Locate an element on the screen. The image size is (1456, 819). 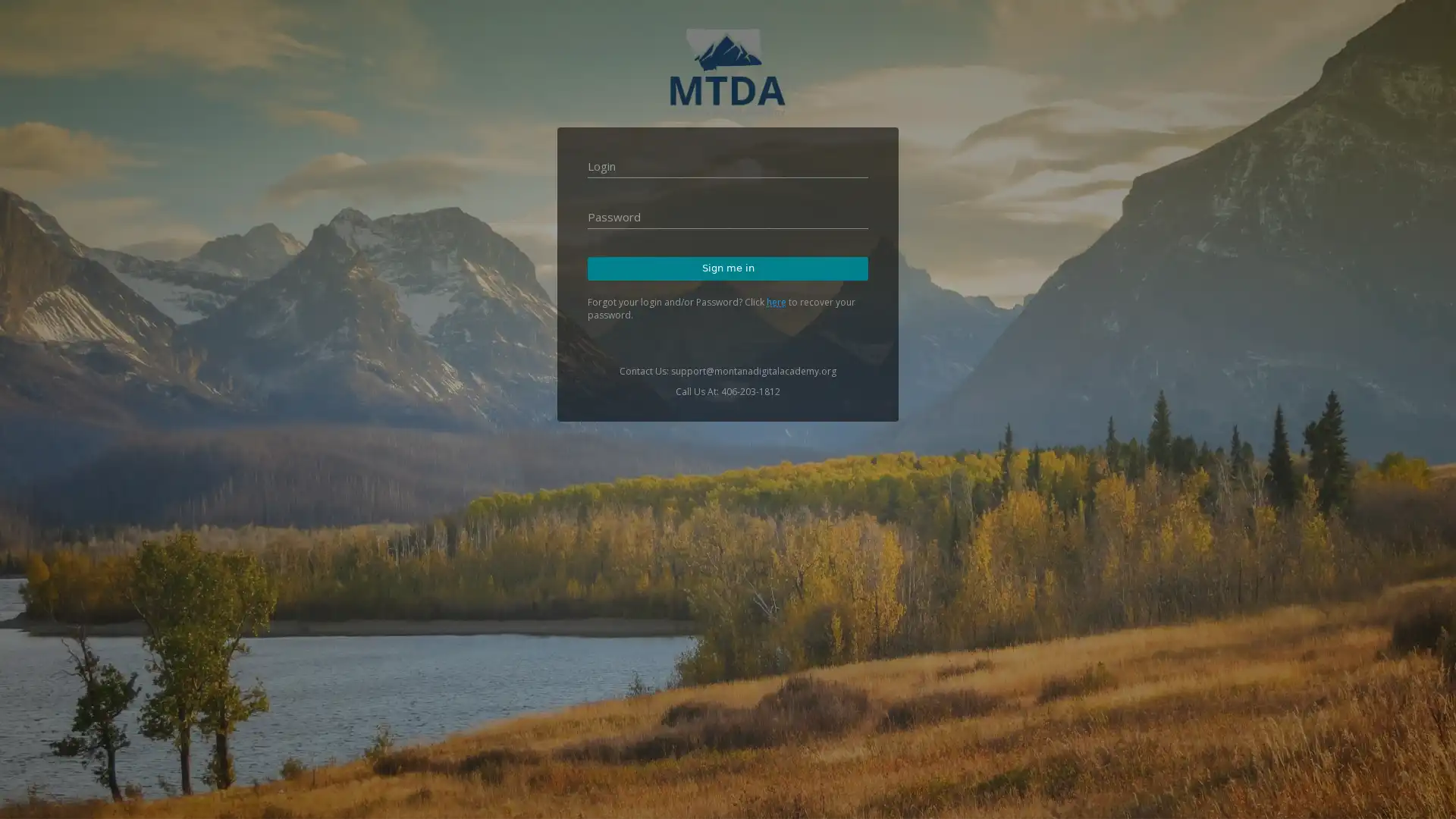
Sign me in is located at coordinates (728, 268).